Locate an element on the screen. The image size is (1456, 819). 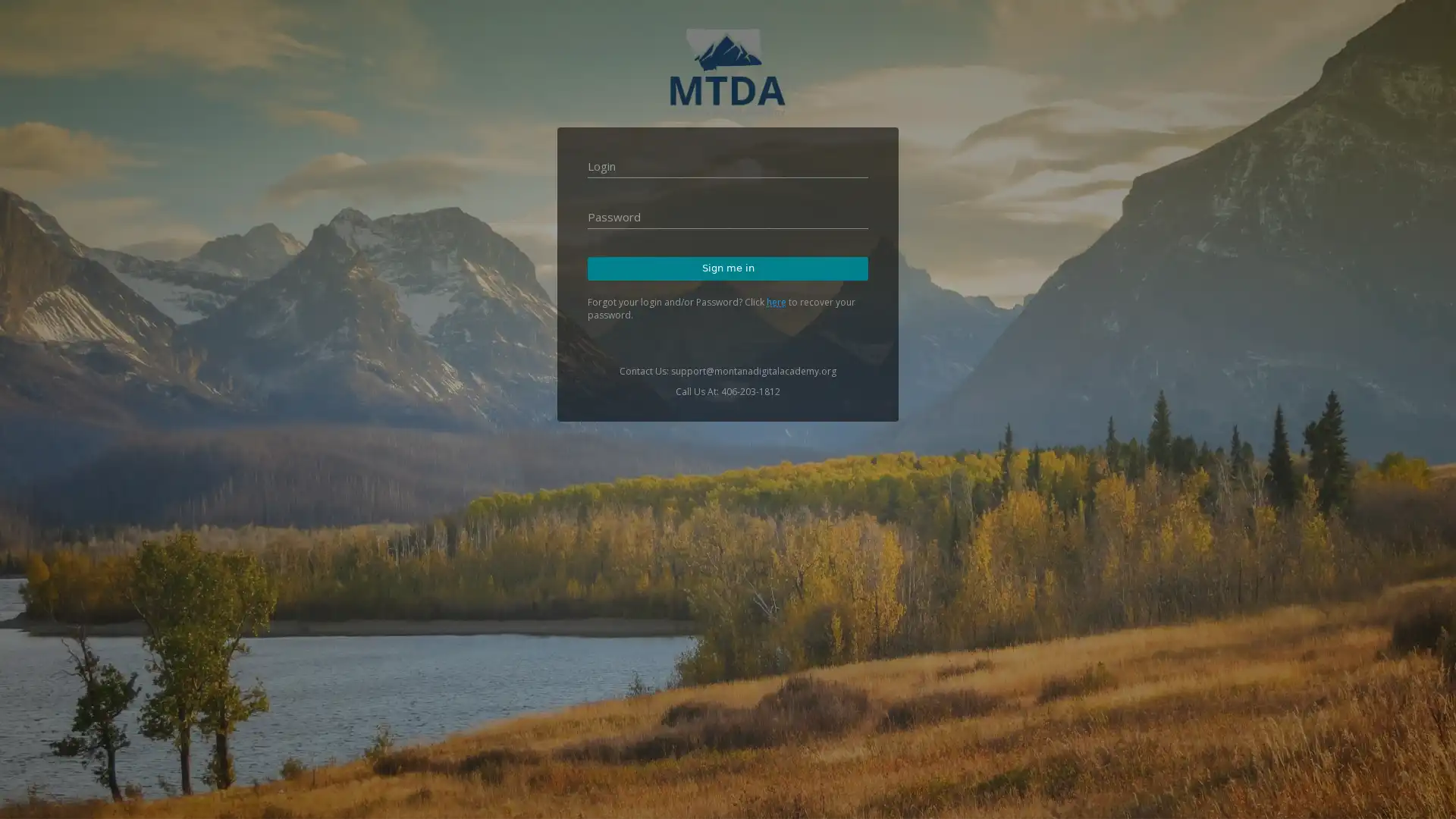
Sign me in is located at coordinates (728, 268).